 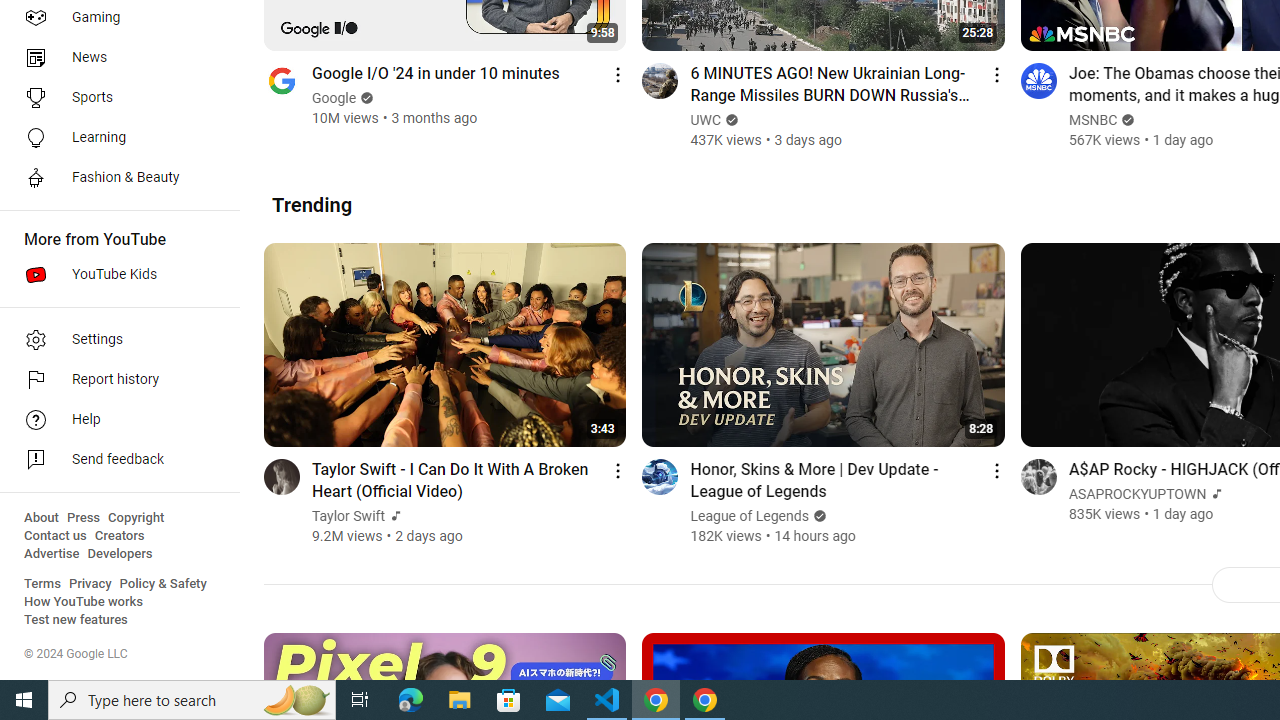 I want to click on 'About', so click(x=41, y=517).